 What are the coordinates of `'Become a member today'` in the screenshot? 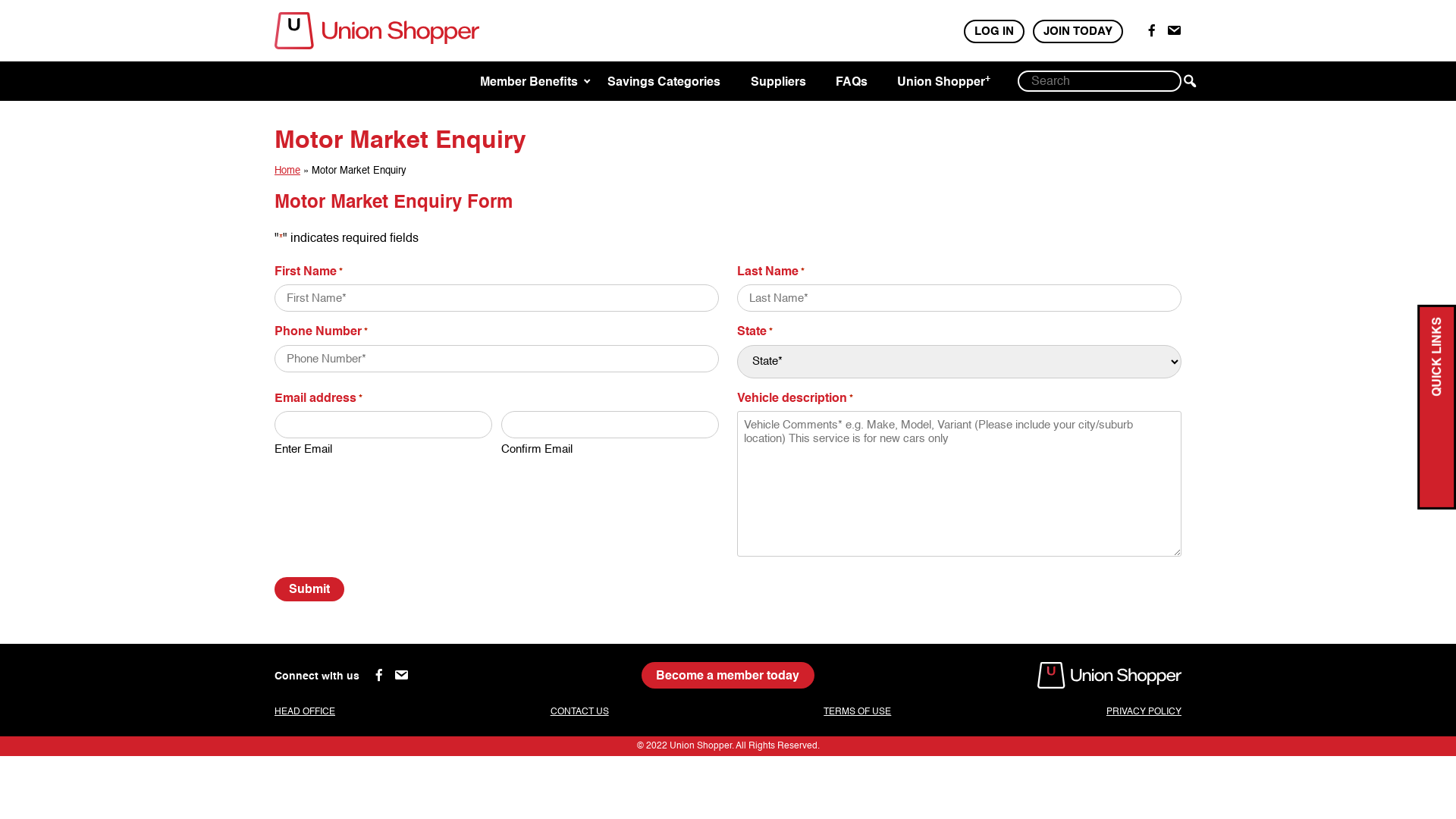 It's located at (726, 674).